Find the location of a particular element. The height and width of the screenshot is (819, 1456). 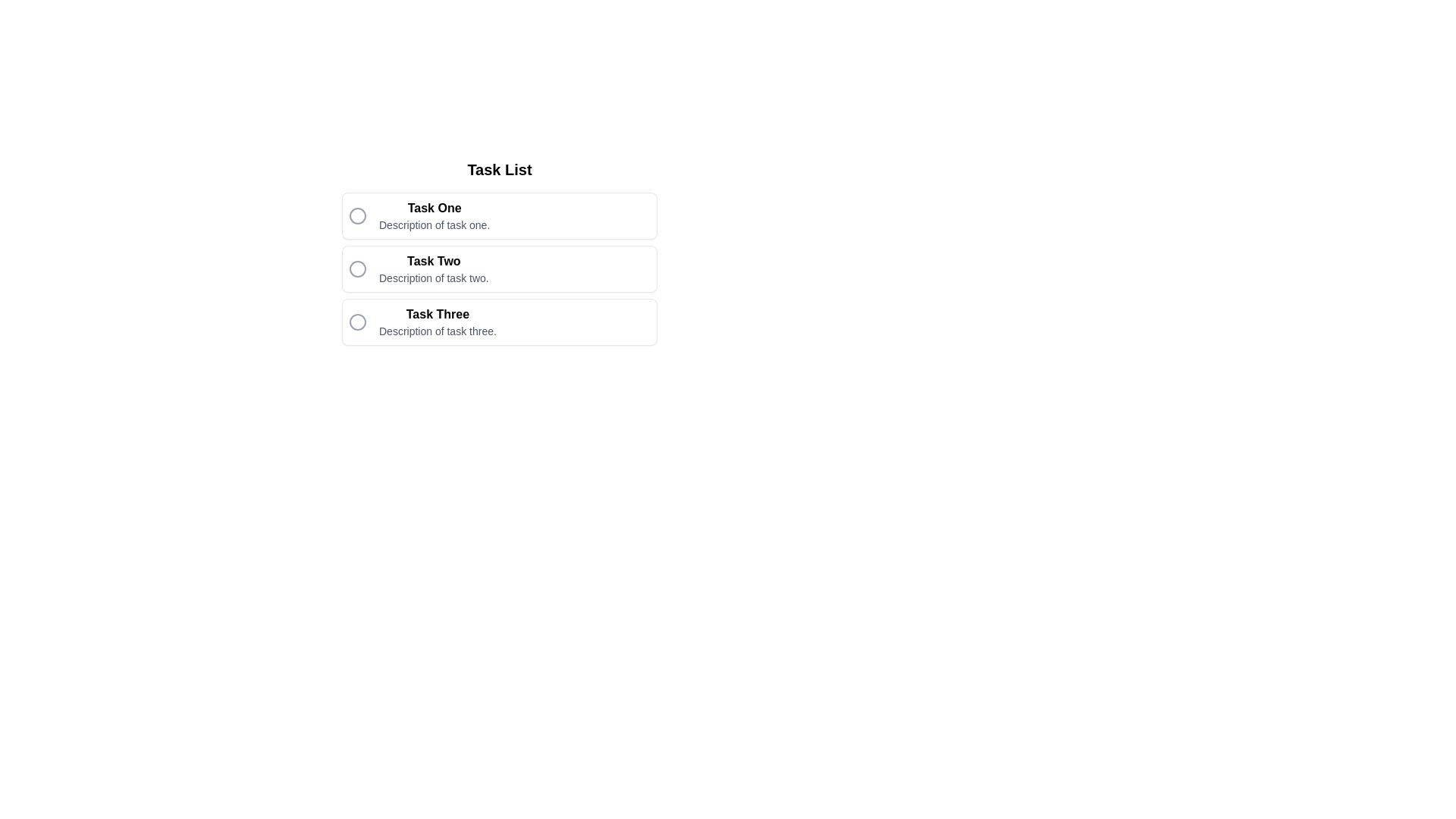

the radio button for the task item labeled 'Task Two' to trigger potential hover effects is located at coordinates (356, 268).